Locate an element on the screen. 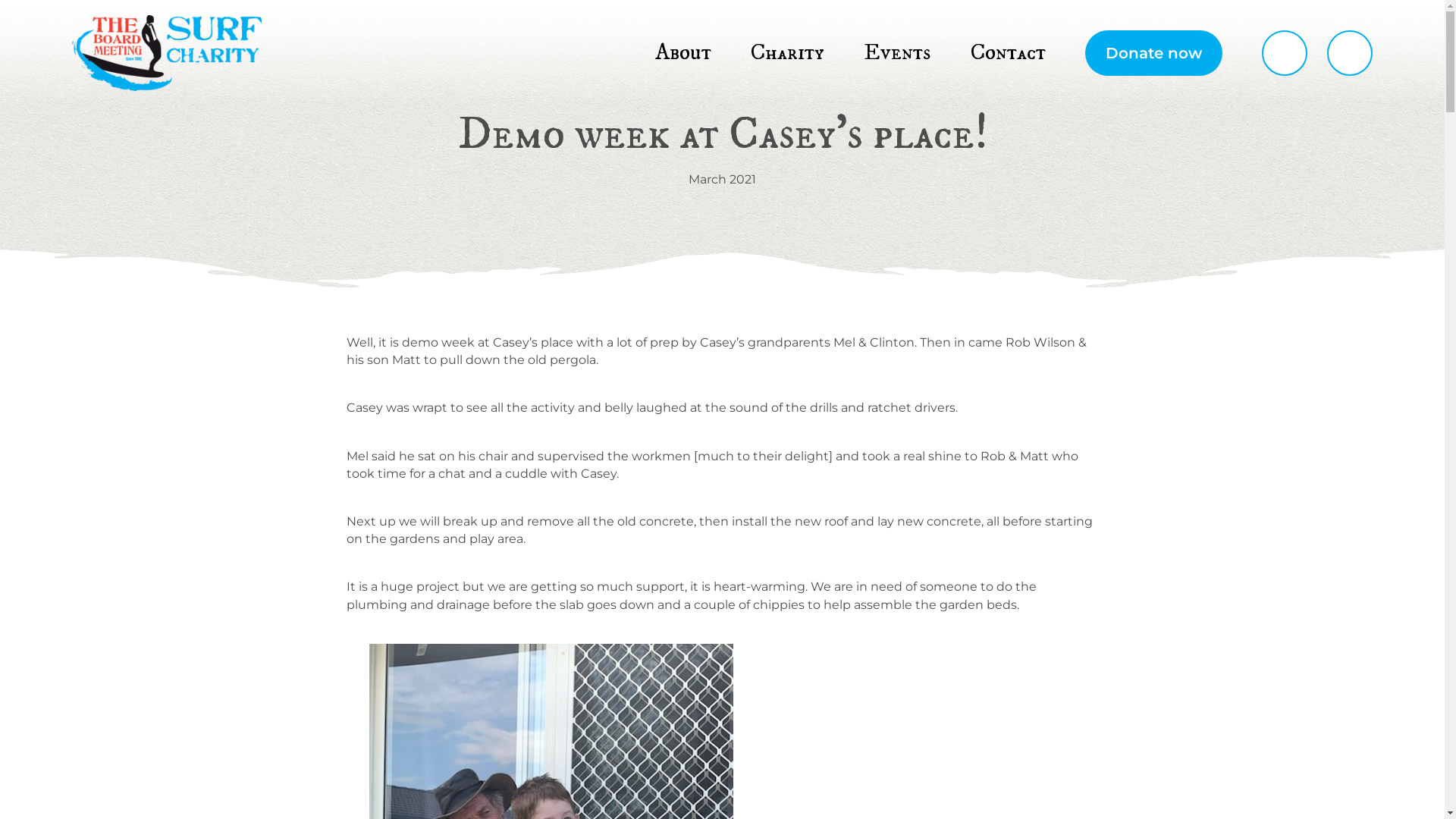 The width and height of the screenshot is (1456, 819). 'Instagram' is located at coordinates (1326, 52).